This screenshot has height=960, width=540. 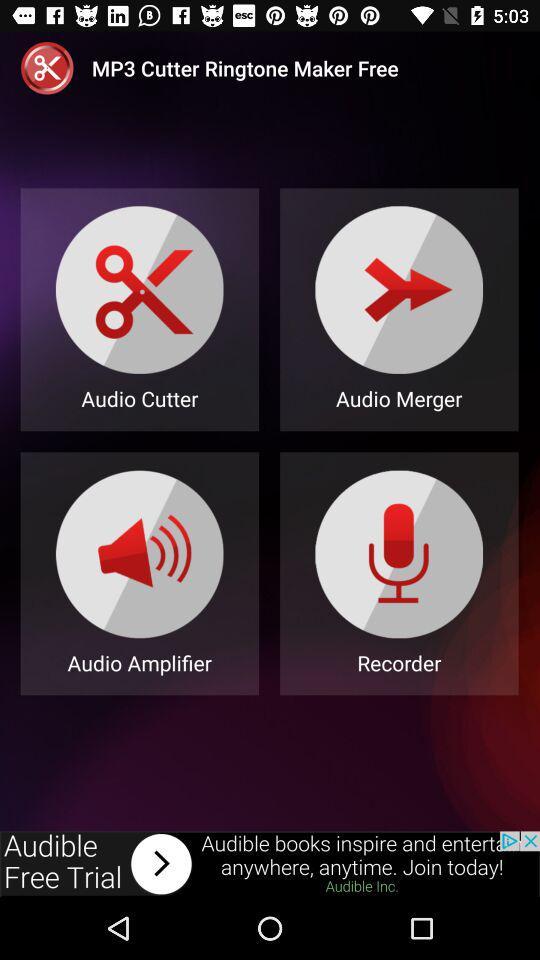 I want to click on advertisement bar, so click(x=270, y=863).